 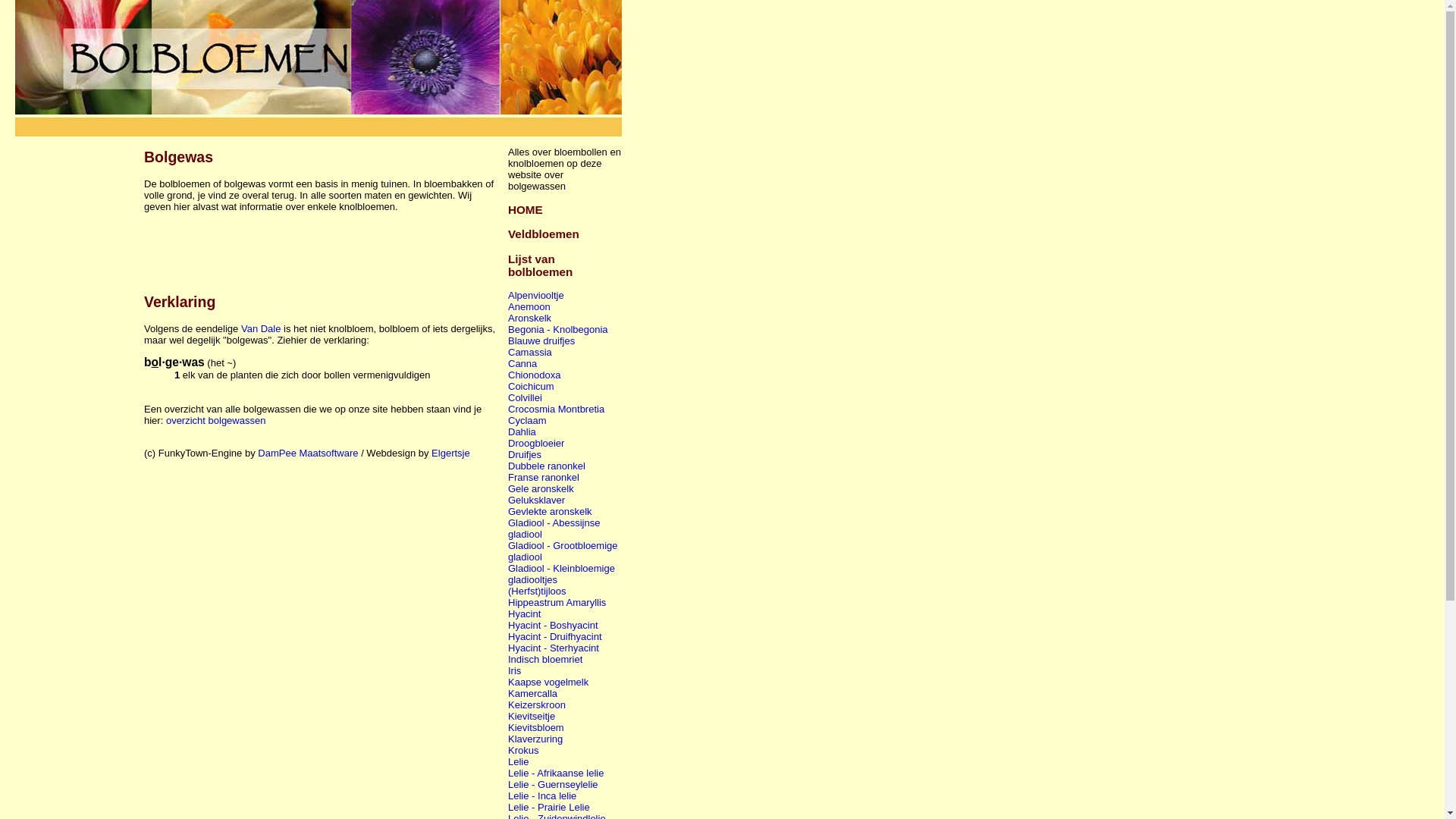 What do you see at coordinates (552, 625) in the screenshot?
I see `'Hyacint - Boshyacint'` at bounding box center [552, 625].